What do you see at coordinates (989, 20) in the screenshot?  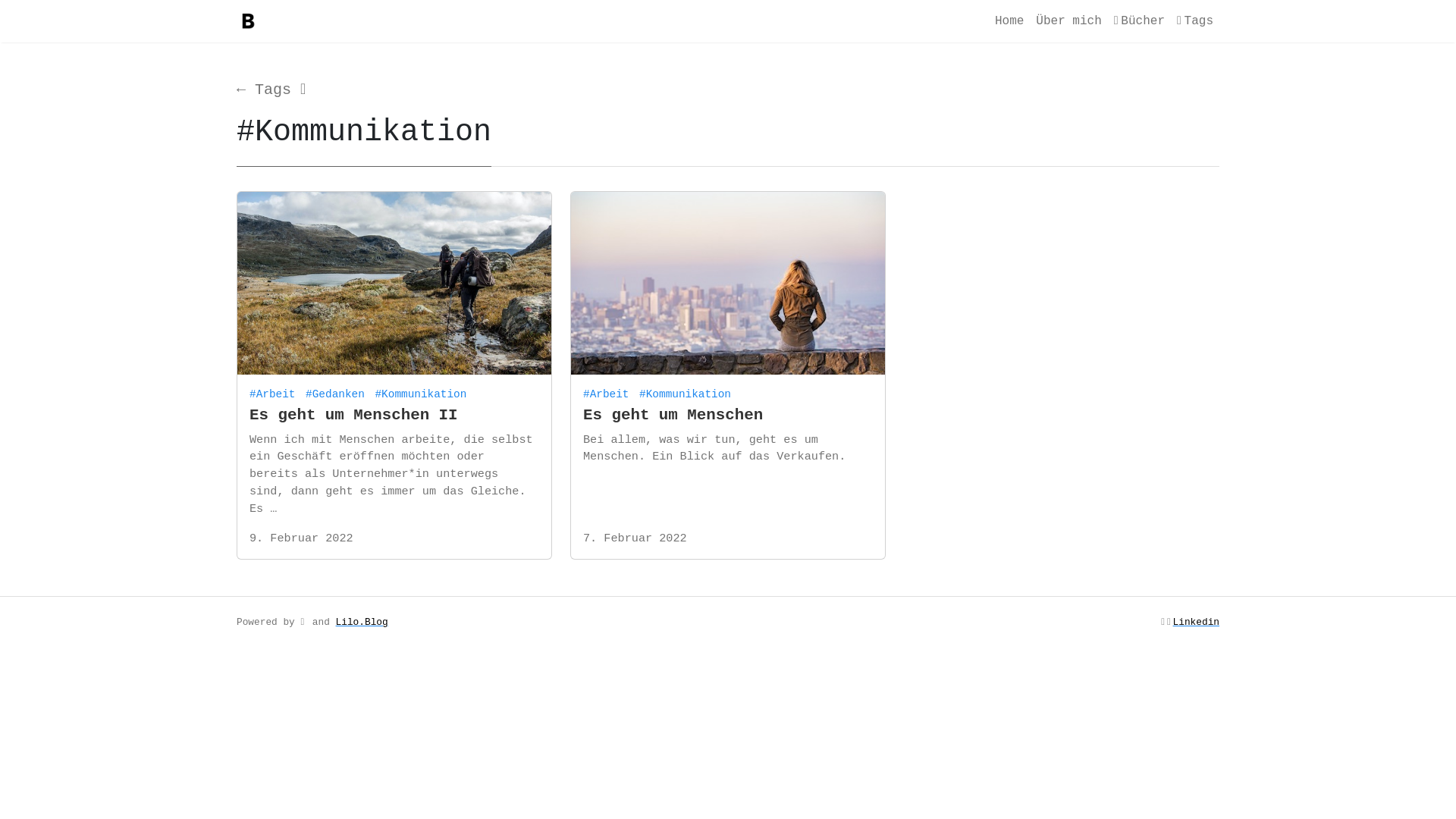 I see `'Home'` at bounding box center [989, 20].